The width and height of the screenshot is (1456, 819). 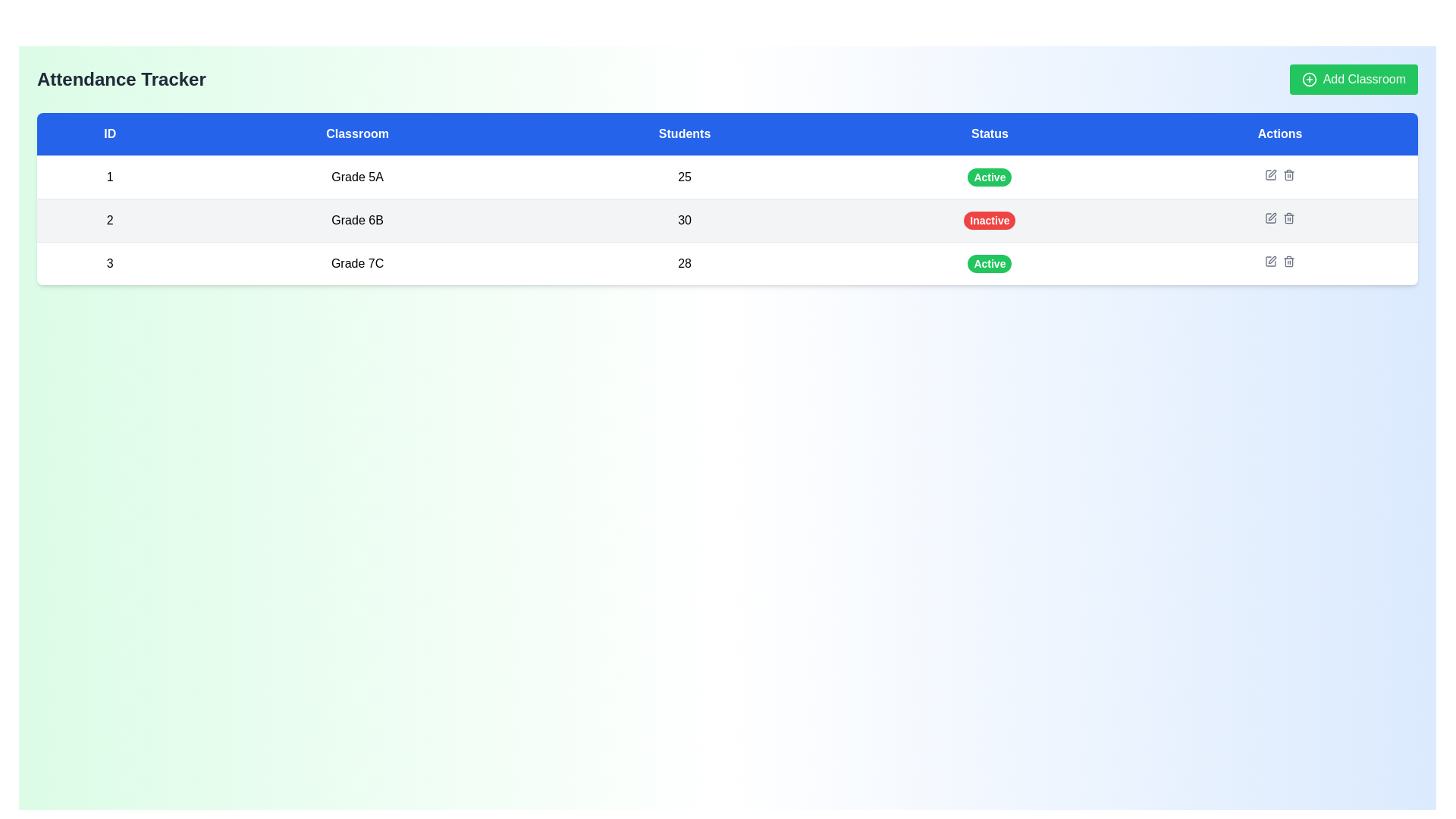 I want to click on the 'Active' status badge located in the 'Status' column of the third row in the table for the entry 'Grade 7C' under 'Classroom', so click(x=990, y=262).